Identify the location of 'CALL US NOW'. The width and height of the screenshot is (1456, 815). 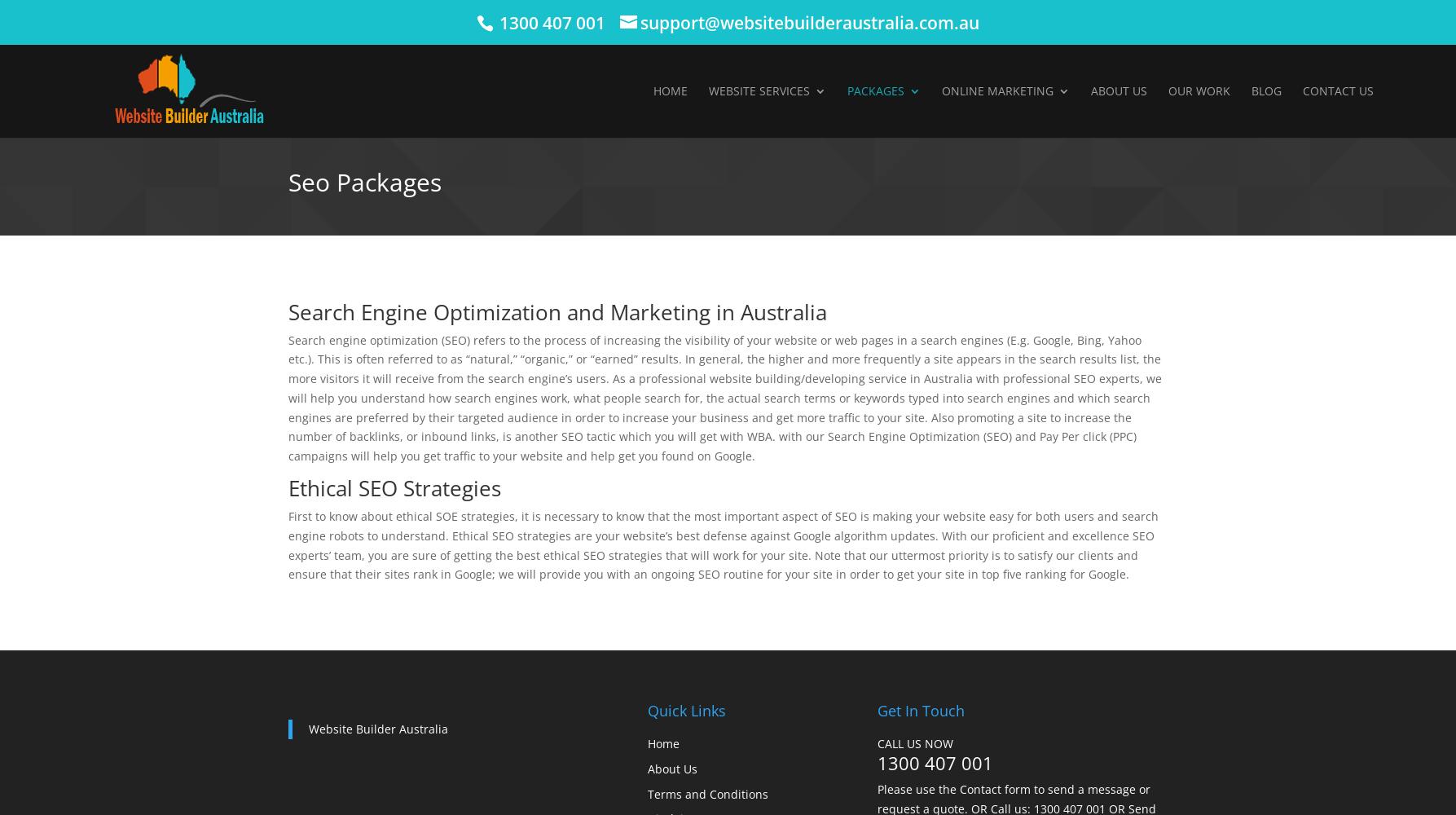
(915, 743).